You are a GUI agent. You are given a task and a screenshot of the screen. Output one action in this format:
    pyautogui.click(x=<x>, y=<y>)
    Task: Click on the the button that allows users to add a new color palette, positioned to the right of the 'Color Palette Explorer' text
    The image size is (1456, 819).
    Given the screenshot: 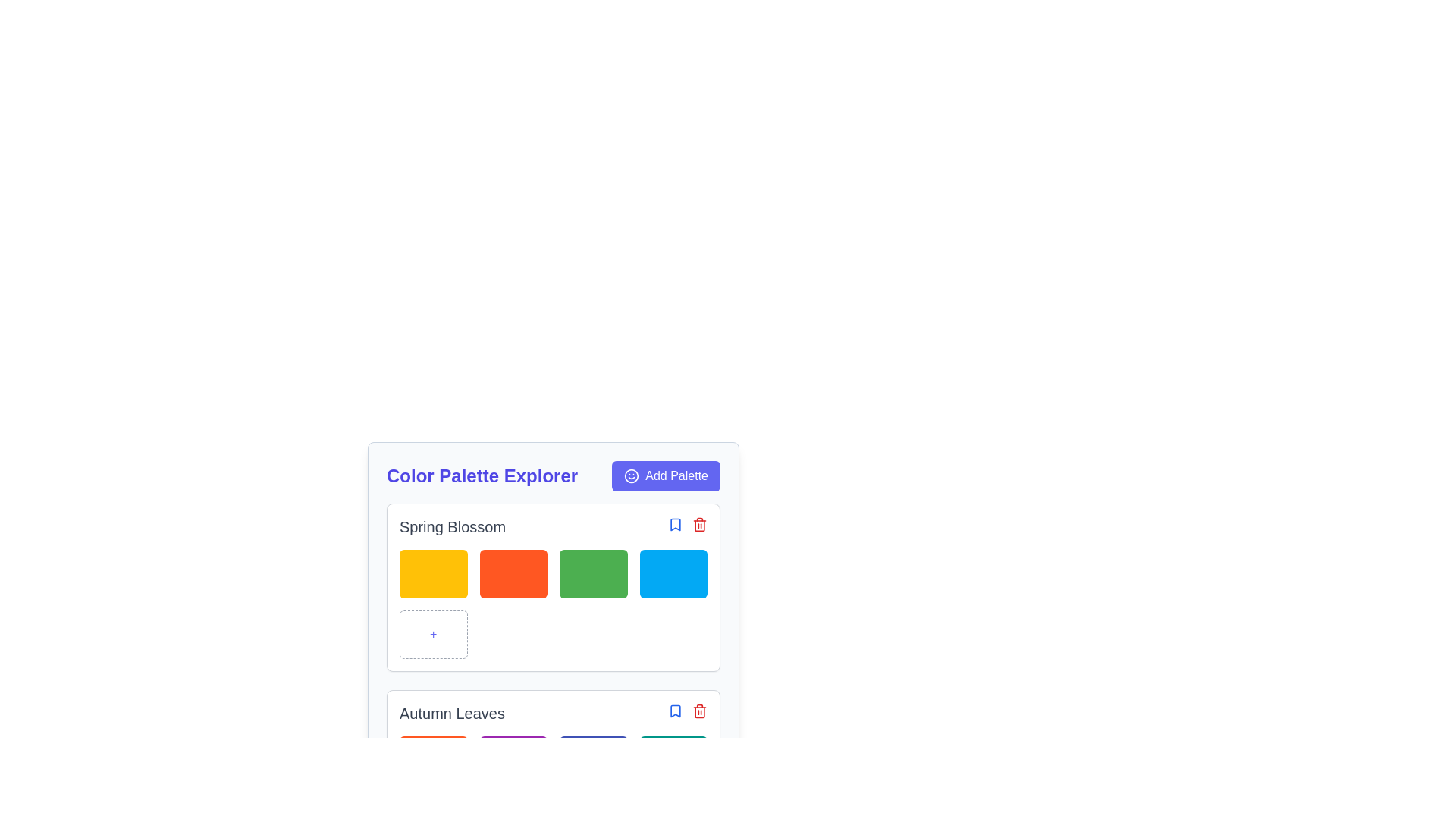 What is the action you would take?
    pyautogui.click(x=666, y=475)
    